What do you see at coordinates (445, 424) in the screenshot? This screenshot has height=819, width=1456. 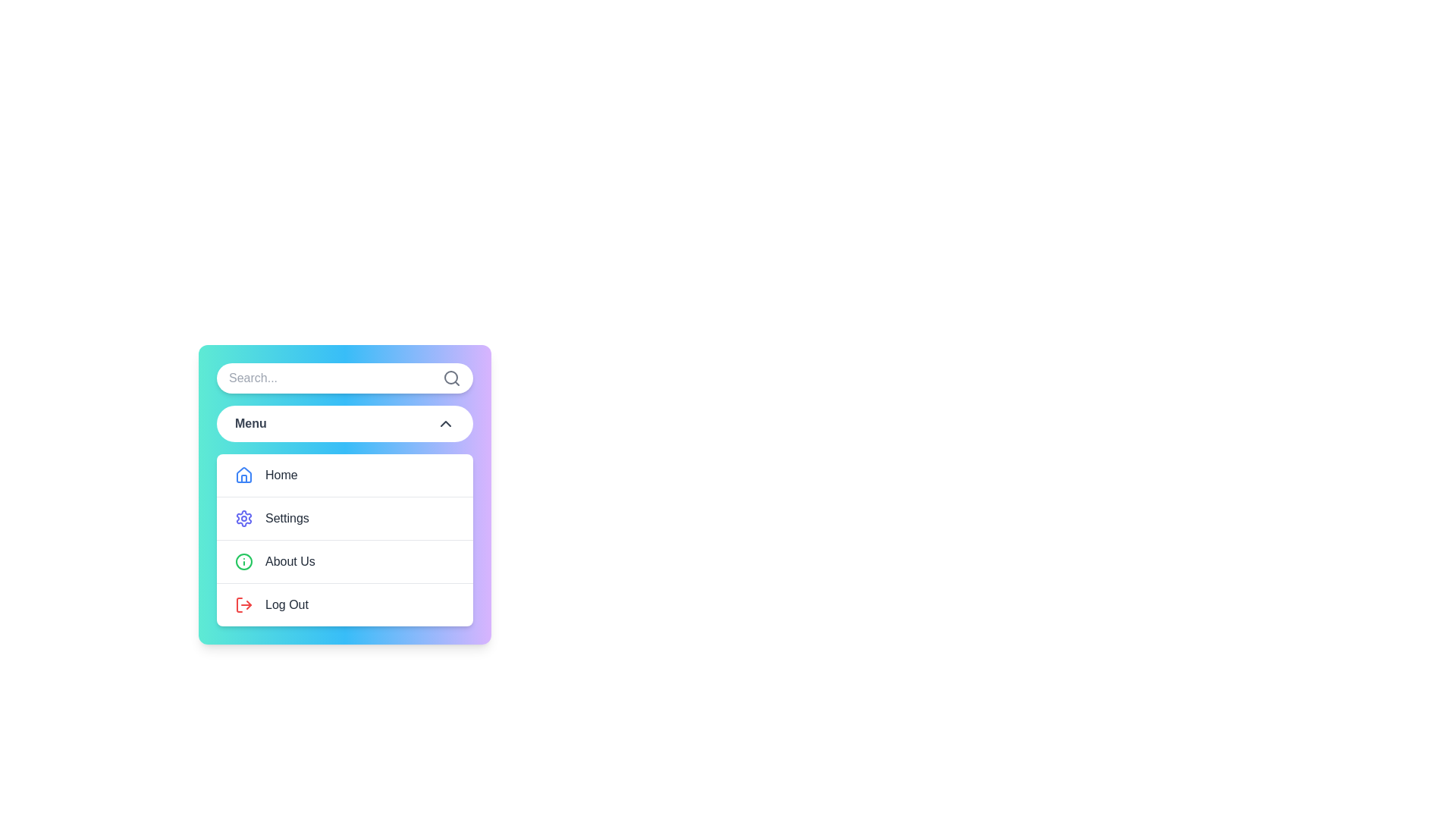 I see `the icon that serves as a visual indicator for collapsing or expanding the 'Menu' section, located to the right of the 'Menu' text, to potentially display a tooltip` at bounding box center [445, 424].